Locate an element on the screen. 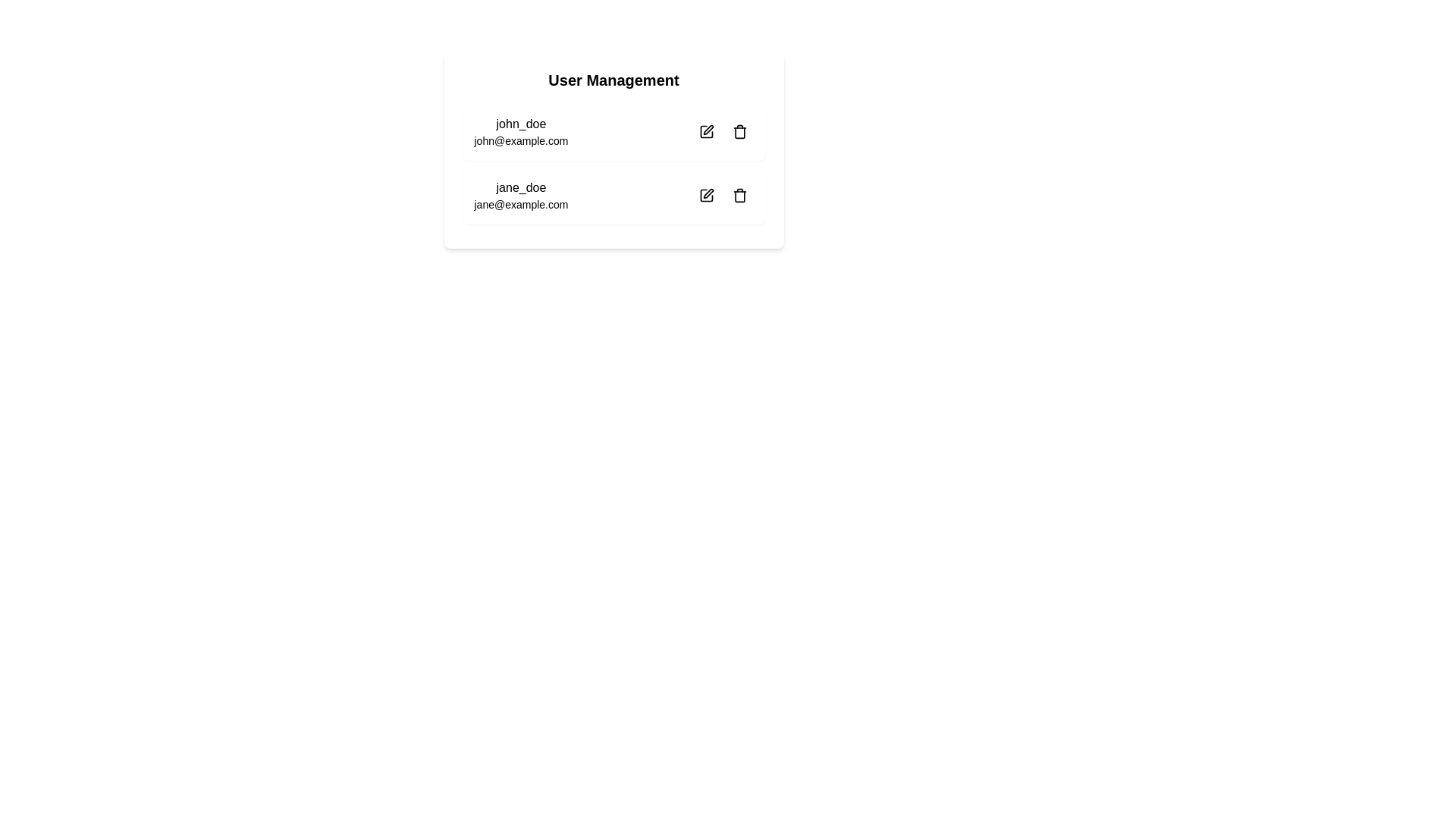  the edit icon, which is a square outline with a pen inside, located in the top-right corner of the row for 'john_doe' in the 'User Management' interface to trigger a tooltip or hover effect is located at coordinates (705, 130).